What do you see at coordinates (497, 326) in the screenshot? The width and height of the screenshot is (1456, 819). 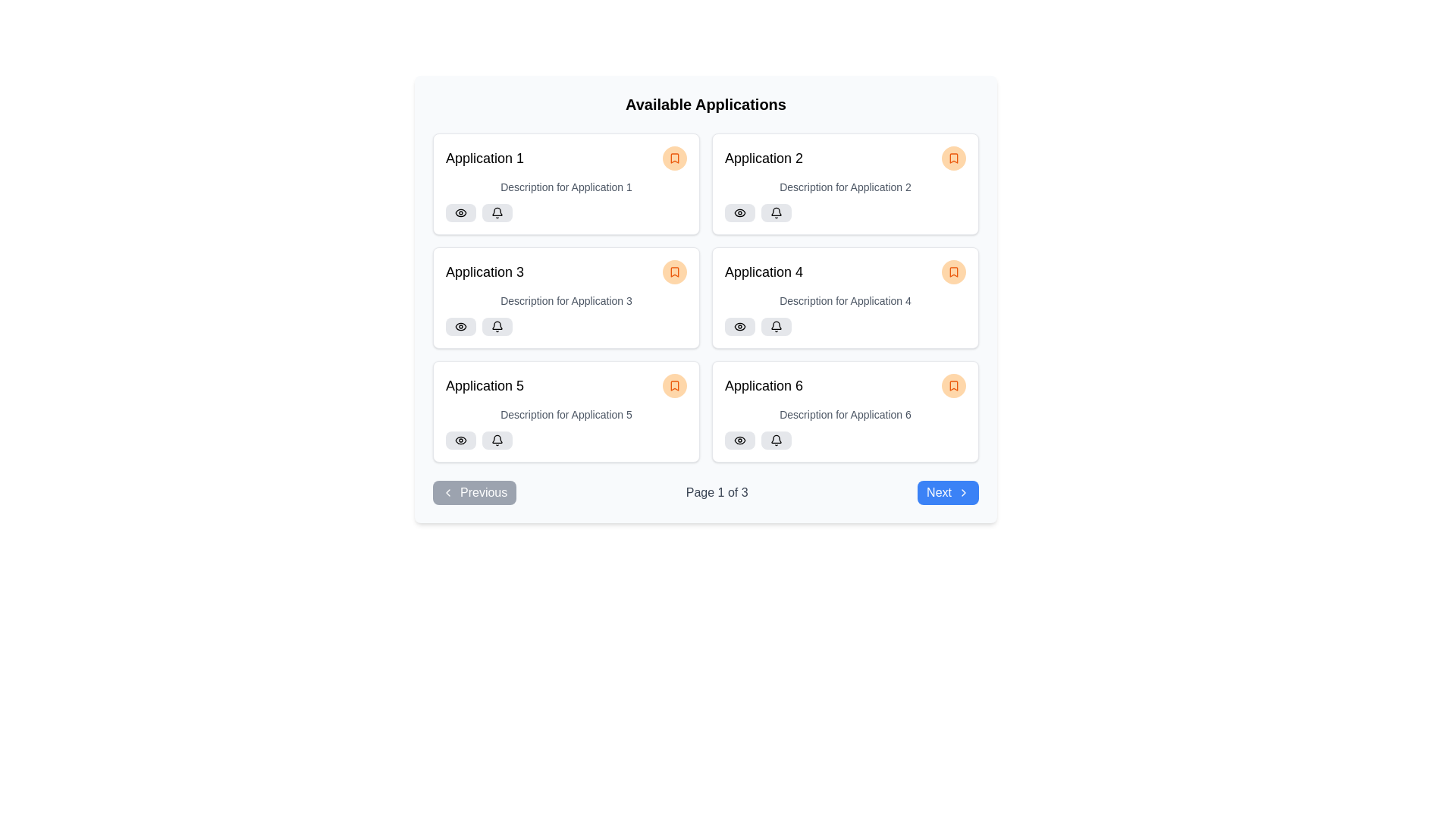 I see `the circular bell icon button, the second interactive element in the control area of the 'Application 3' card` at bounding box center [497, 326].